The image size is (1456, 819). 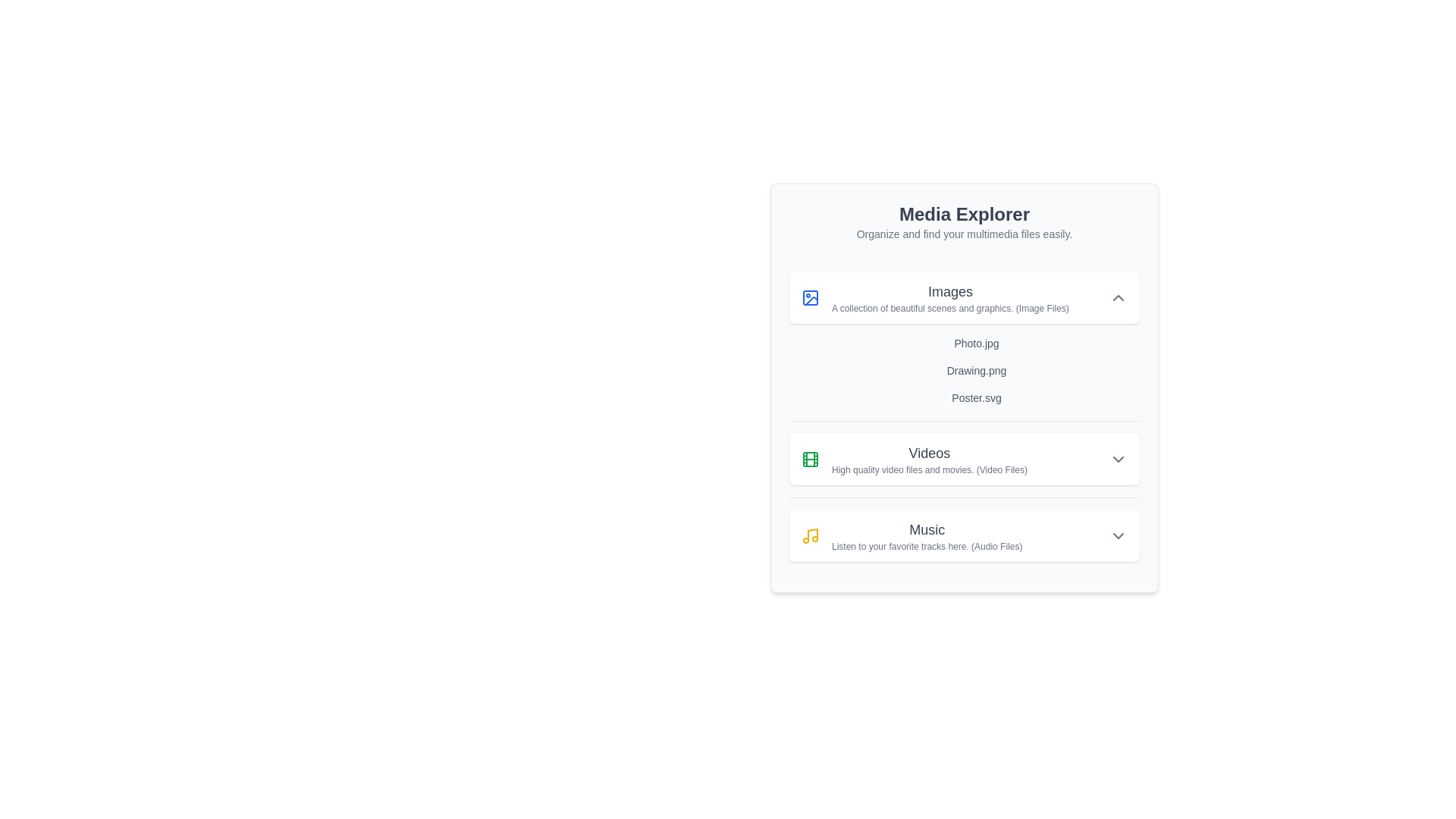 I want to click on on the 'Music' button with expandable functionality, which features a yellow musical note icon and is located in the 'Media Explorer' section, so click(x=964, y=535).